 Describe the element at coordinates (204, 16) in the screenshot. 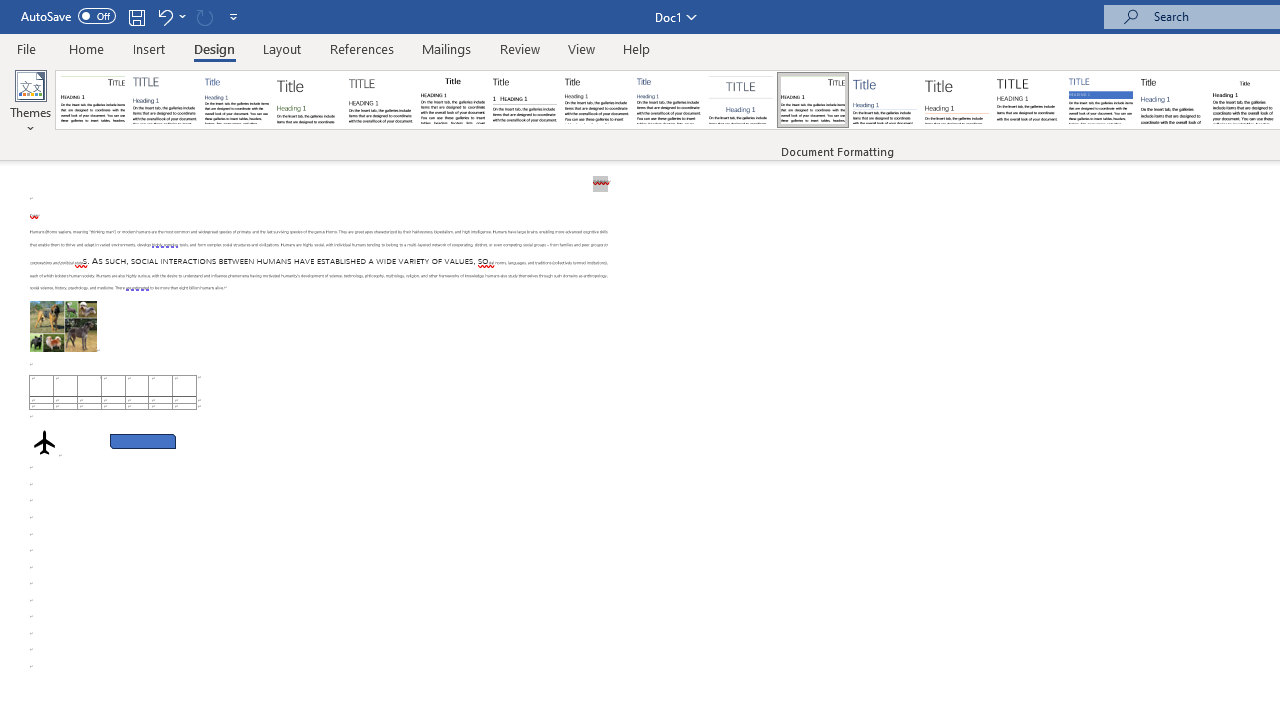

I see `'Can'` at that location.